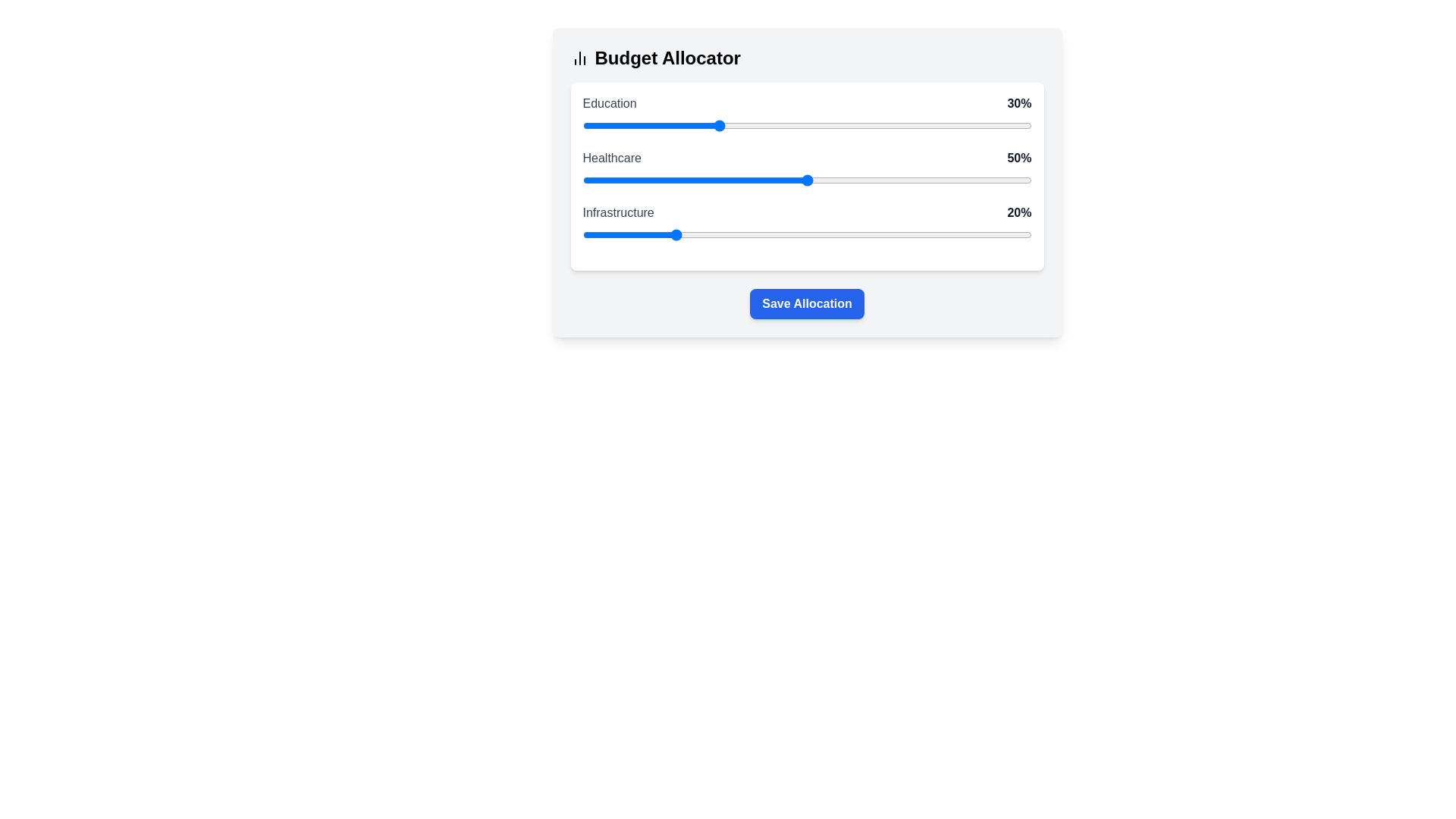  I want to click on infrastructure allocation, so click(874, 234).